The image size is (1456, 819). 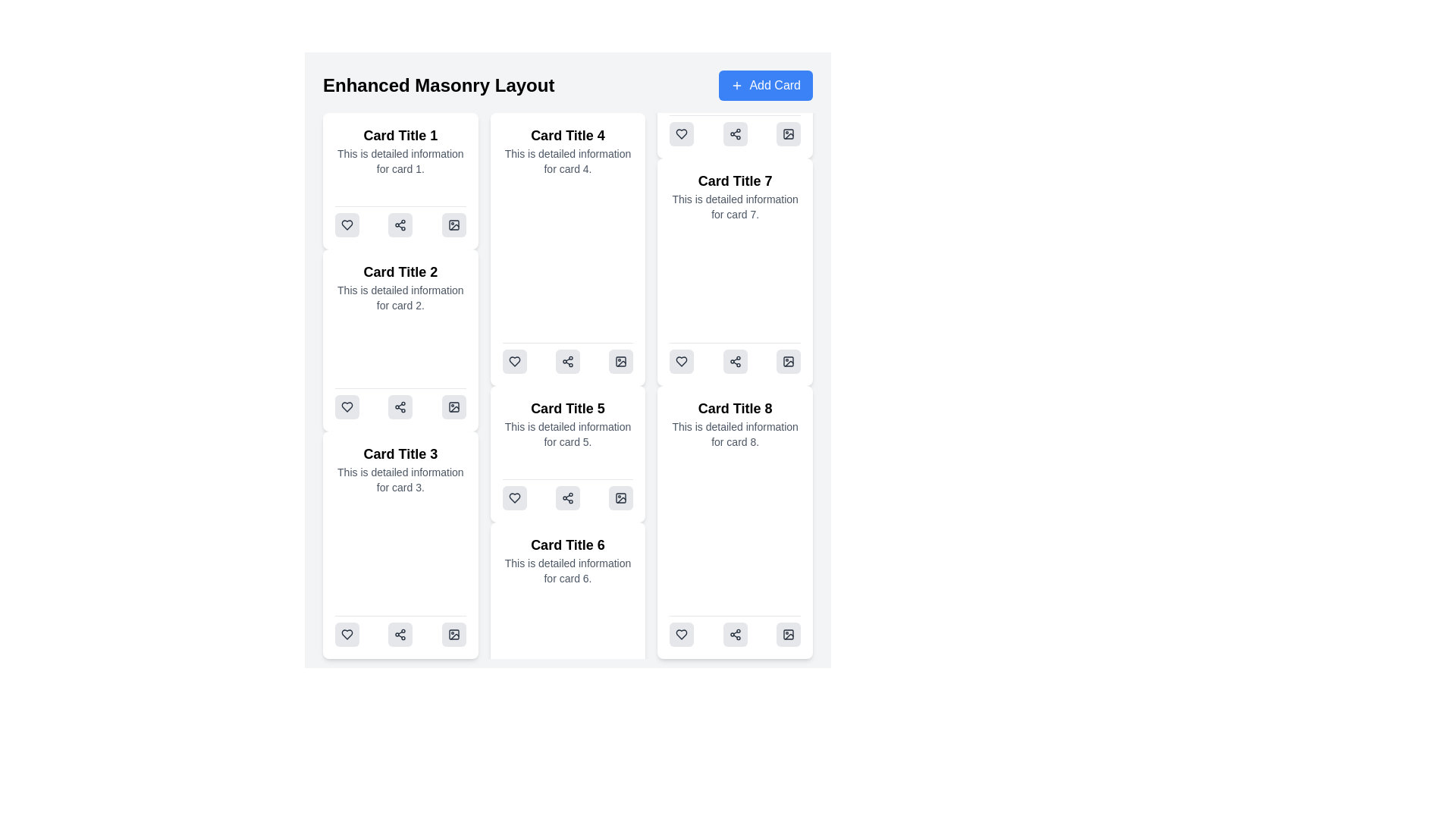 What do you see at coordinates (400, 406) in the screenshot?
I see `the small, stylized share icon, which is located in the third card, second column, bottom row of the grid layout, and is the center icon among three in a horizontal group at the bottom of the card` at bounding box center [400, 406].